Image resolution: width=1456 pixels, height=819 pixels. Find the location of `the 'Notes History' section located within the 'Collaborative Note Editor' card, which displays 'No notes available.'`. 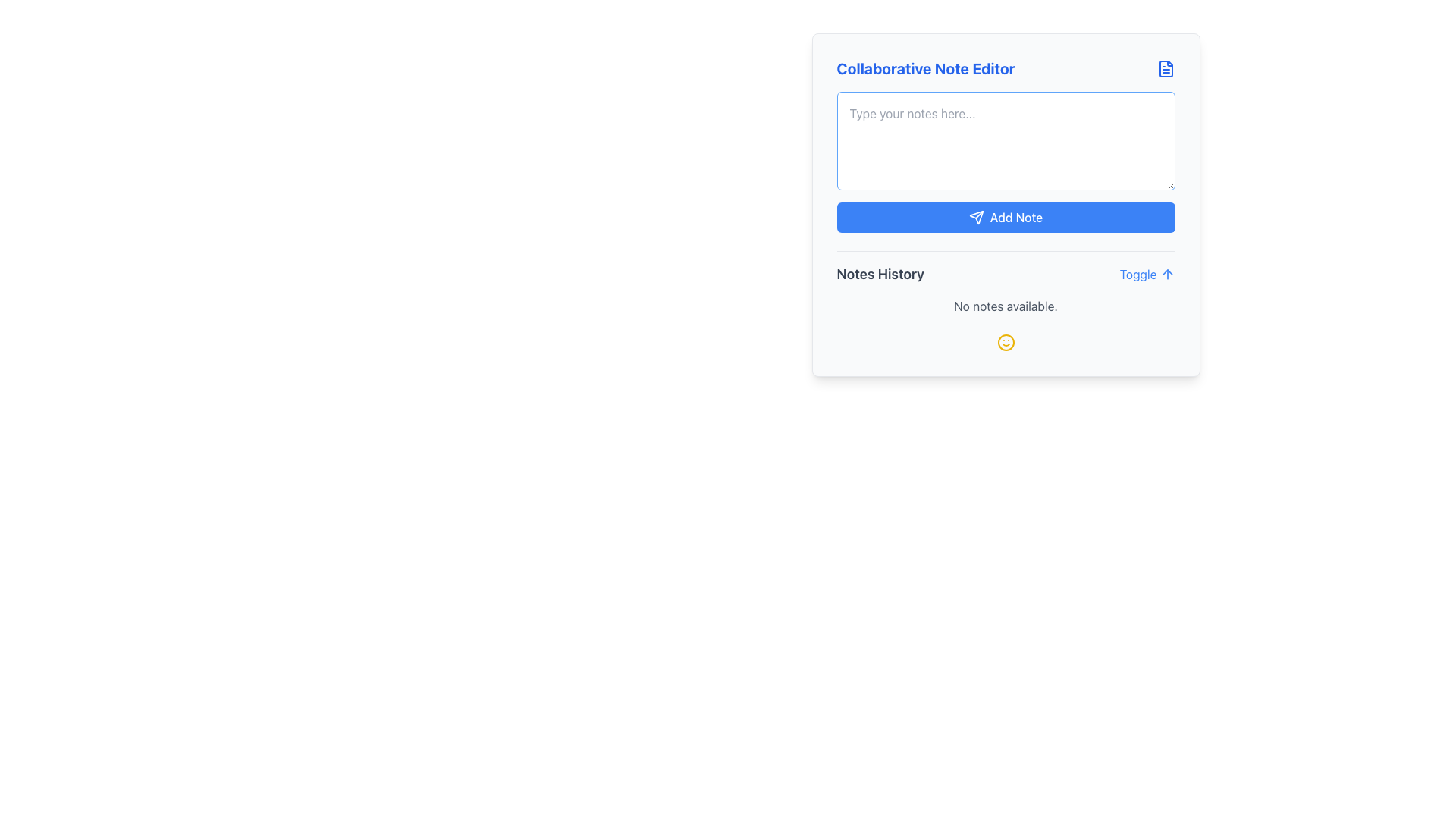

the 'Notes History' section located within the 'Collaborative Note Editor' card, which displays 'No notes available.' is located at coordinates (1006, 283).